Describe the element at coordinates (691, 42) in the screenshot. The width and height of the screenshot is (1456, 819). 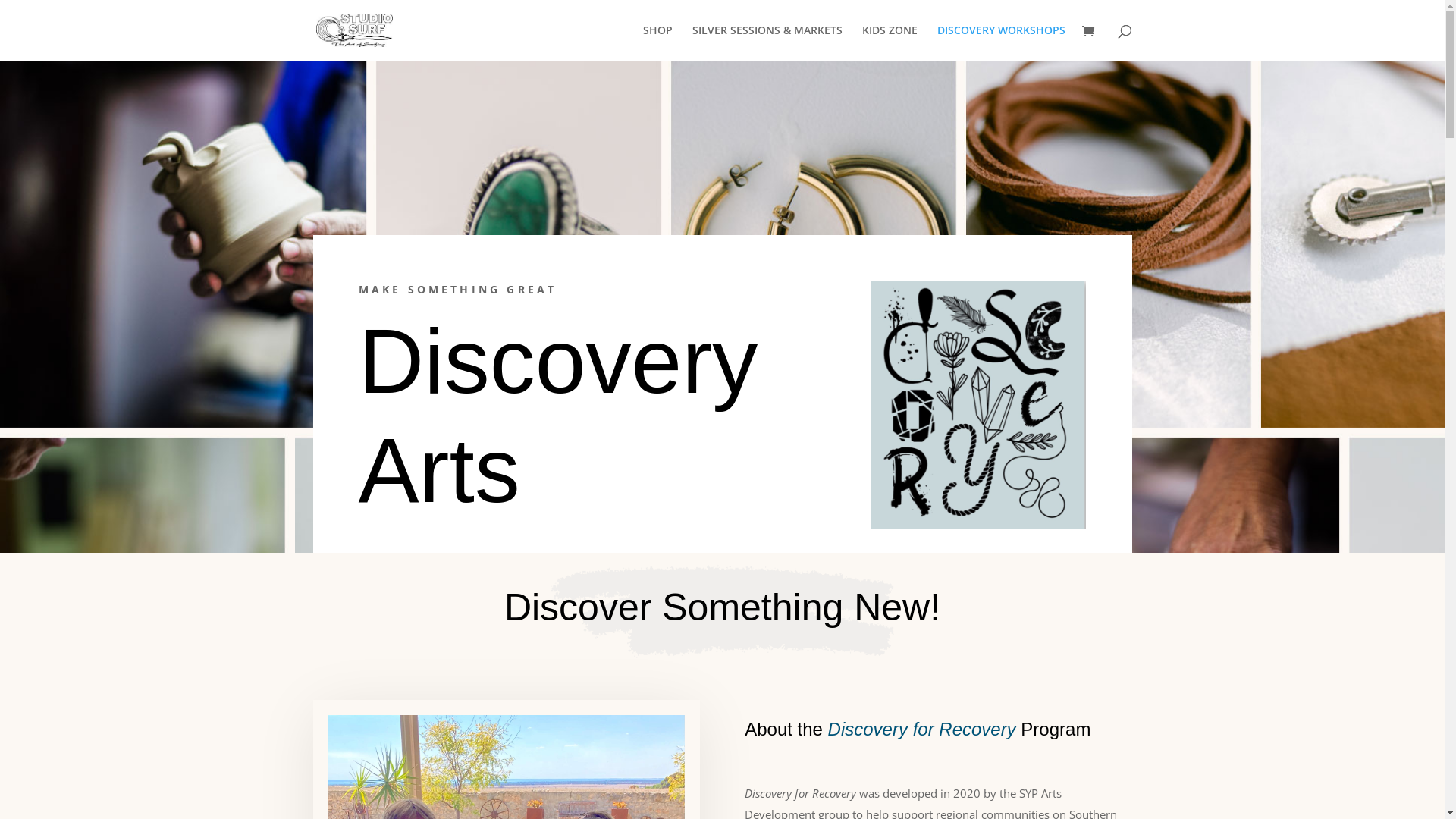
I see `'SILVER SESSIONS & MARKETS'` at that location.